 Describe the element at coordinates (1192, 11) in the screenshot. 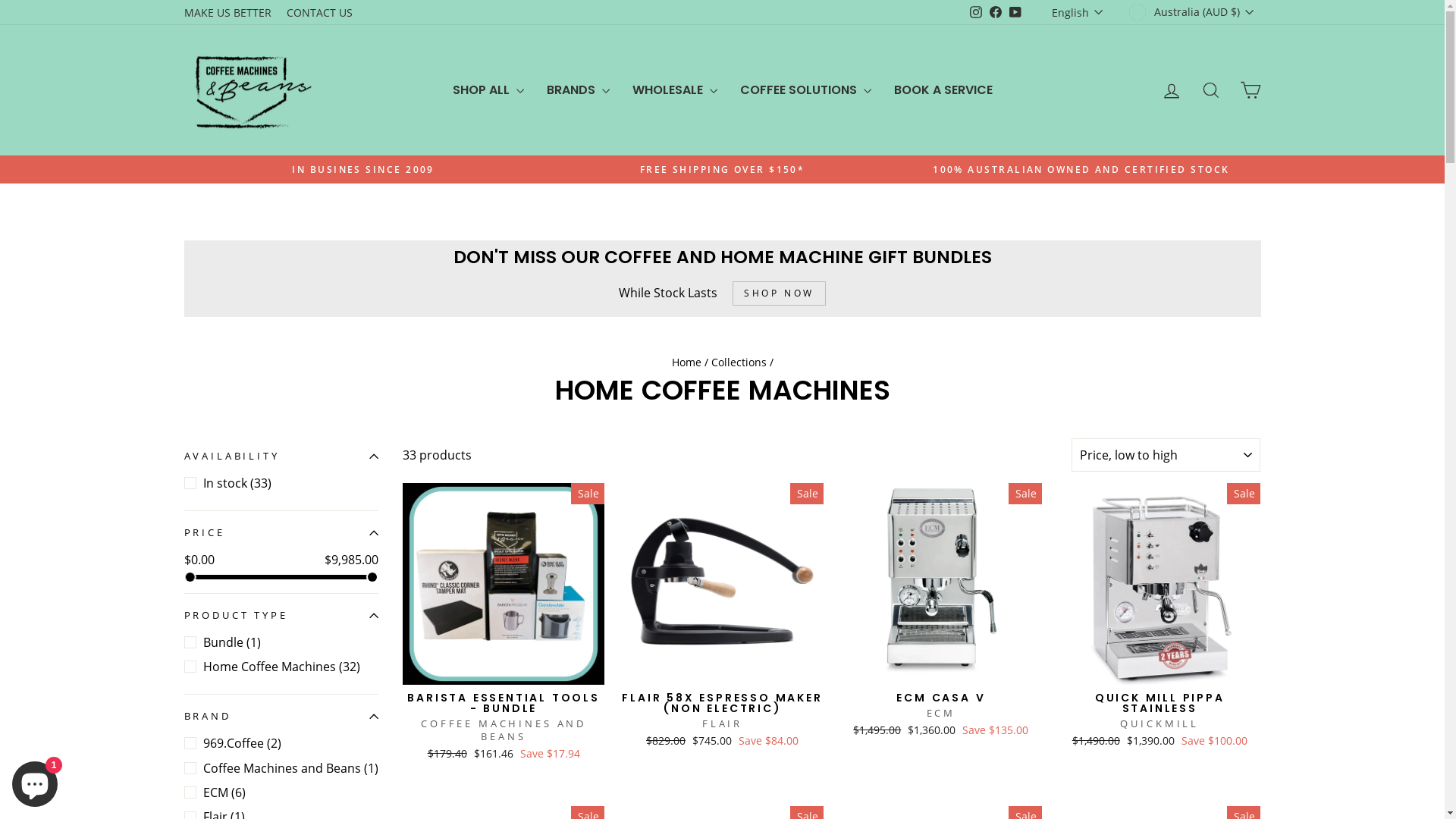

I see `'Australia (AUD $)'` at that location.